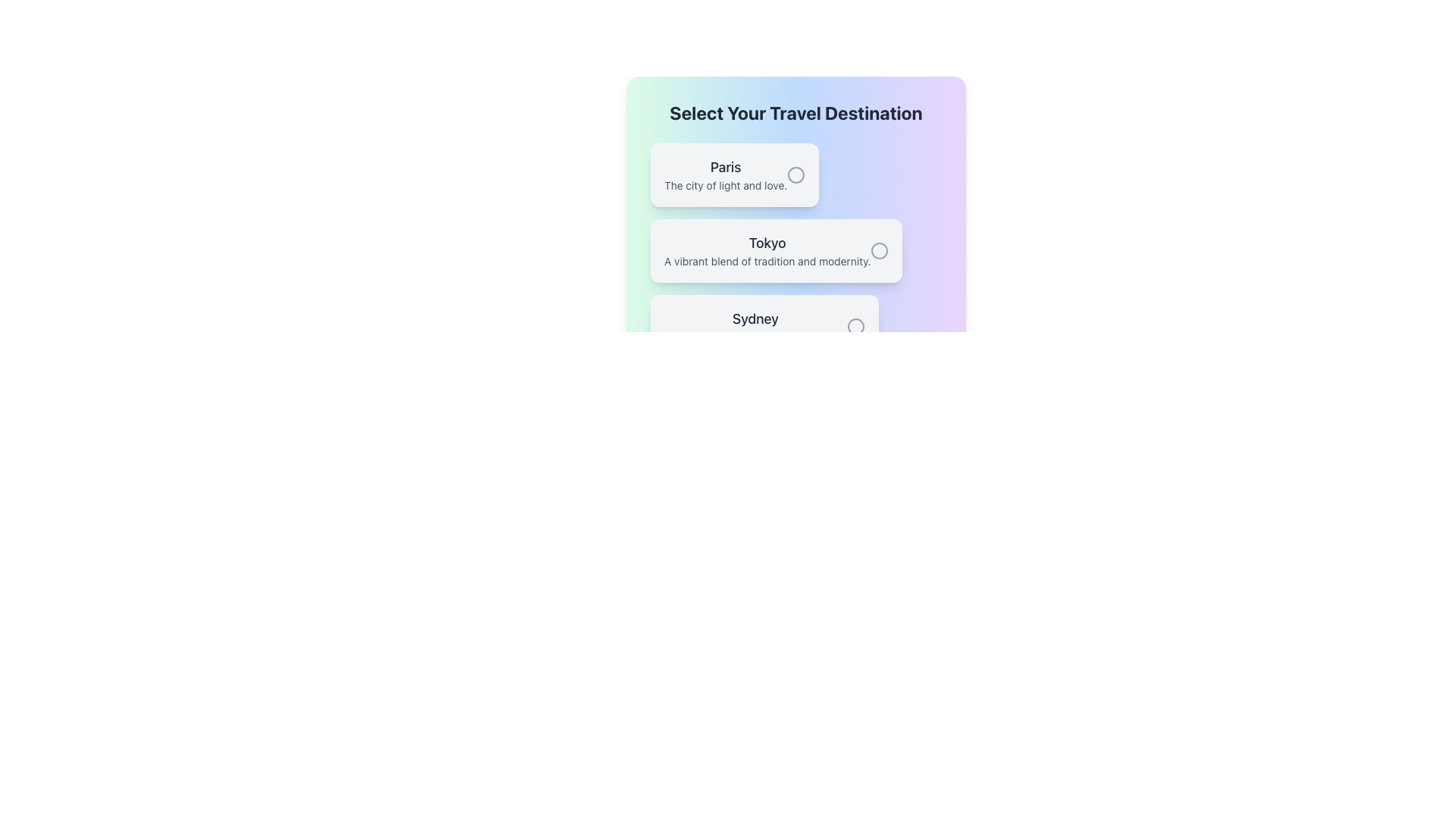 Image resolution: width=1456 pixels, height=819 pixels. Describe the element at coordinates (795, 112) in the screenshot. I see `the title heading that provides context for travel destinations, located at the top of the selection list` at that location.